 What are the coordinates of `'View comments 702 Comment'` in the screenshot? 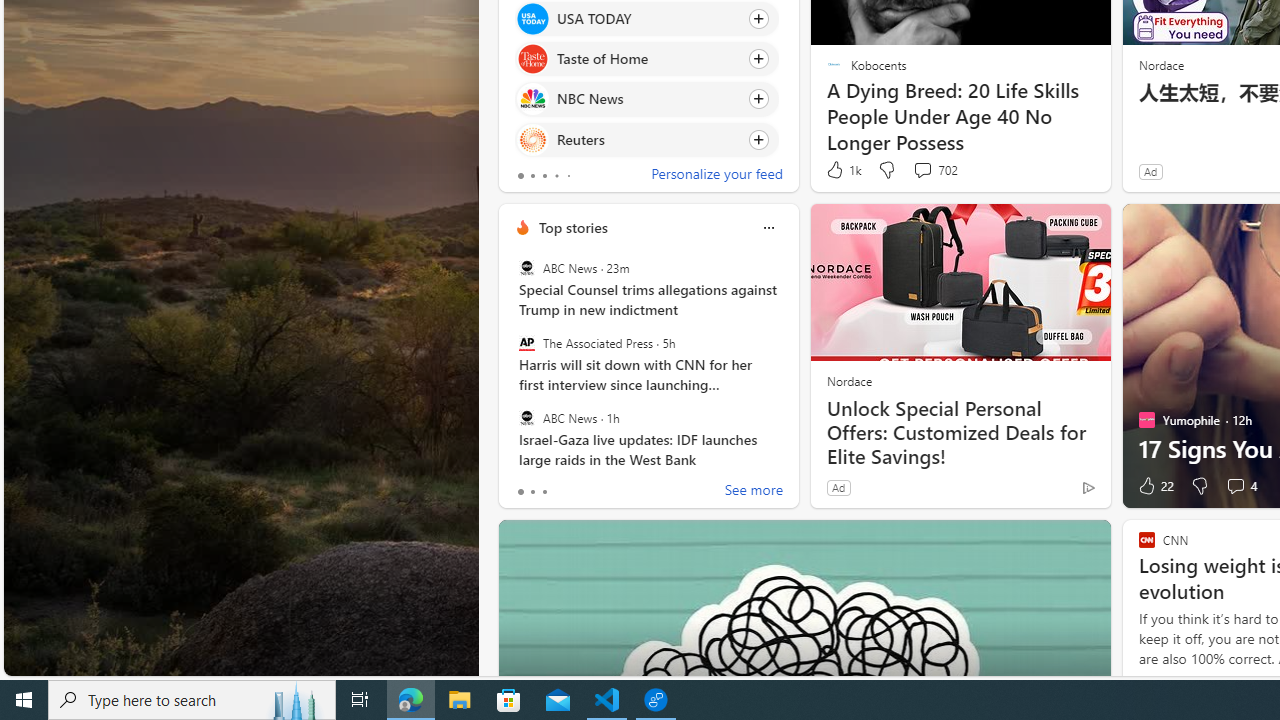 It's located at (934, 169).